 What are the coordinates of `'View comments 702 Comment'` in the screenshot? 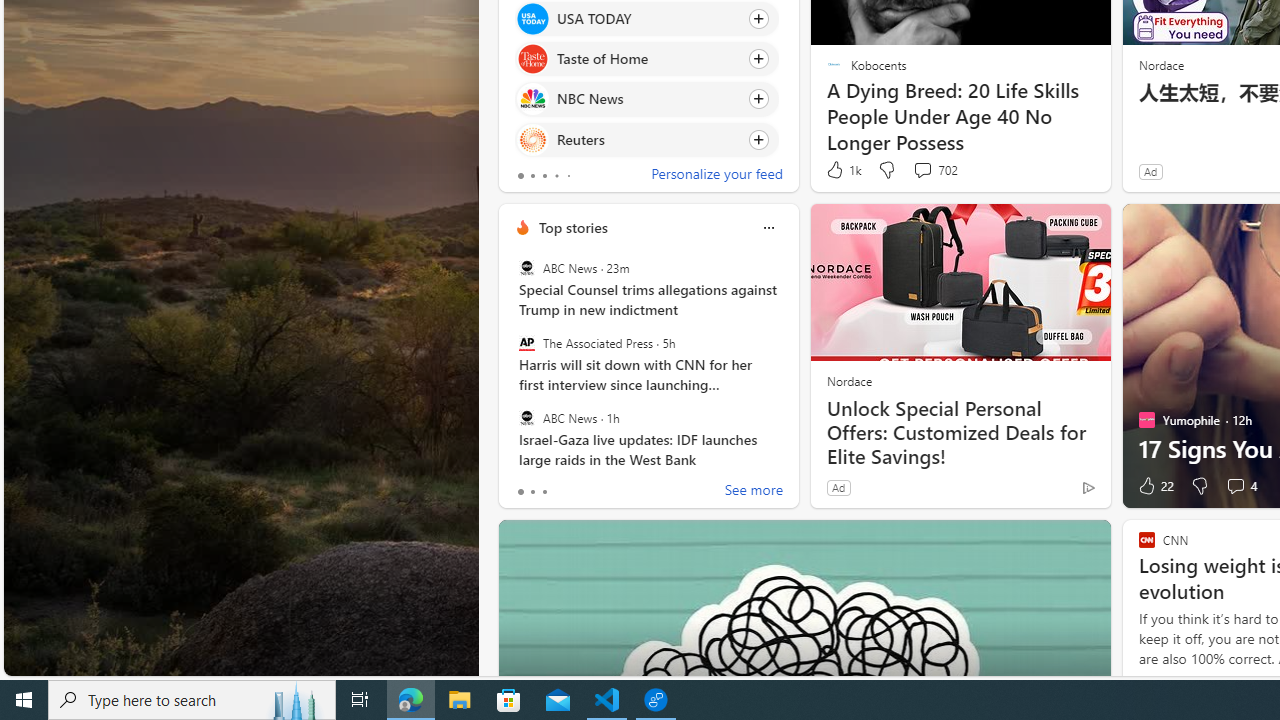 It's located at (934, 169).